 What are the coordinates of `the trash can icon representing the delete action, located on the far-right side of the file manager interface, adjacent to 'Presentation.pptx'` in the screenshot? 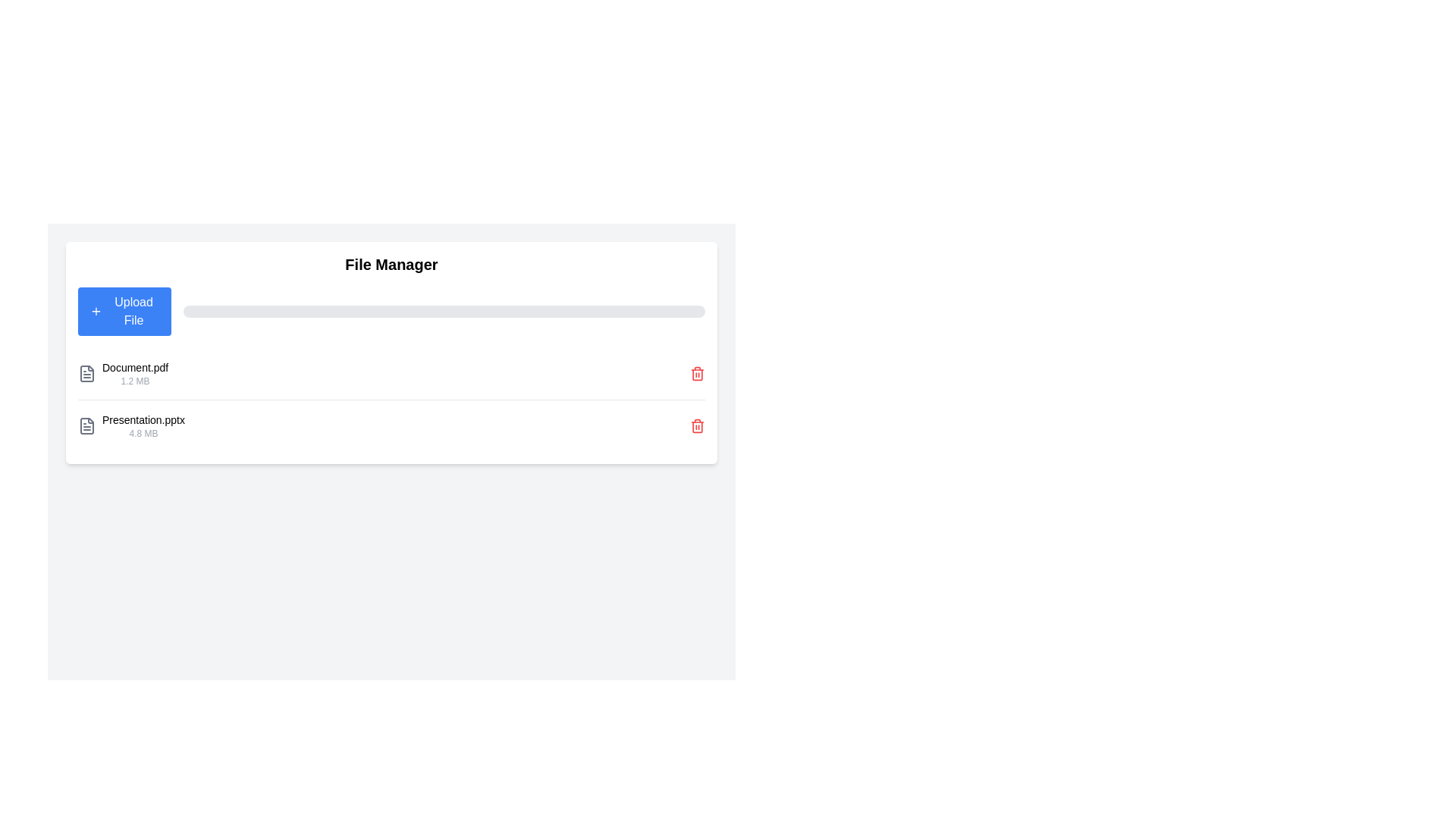 It's located at (697, 427).